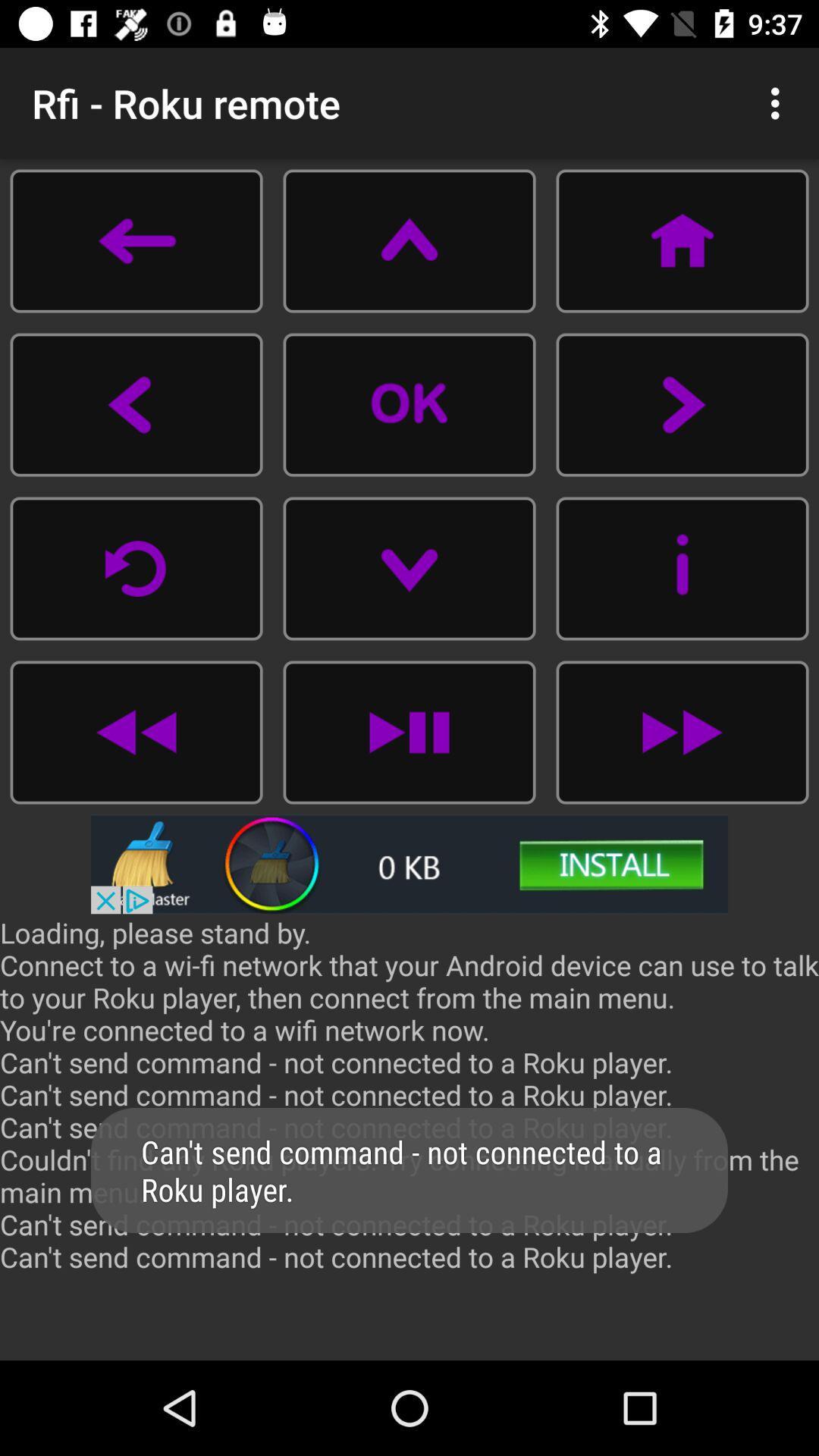 The height and width of the screenshot is (1456, 819). What do you see at coordinates (681, 732) in the screenshot?
I see `the av_forward icon` at bounding box center [681, 732].